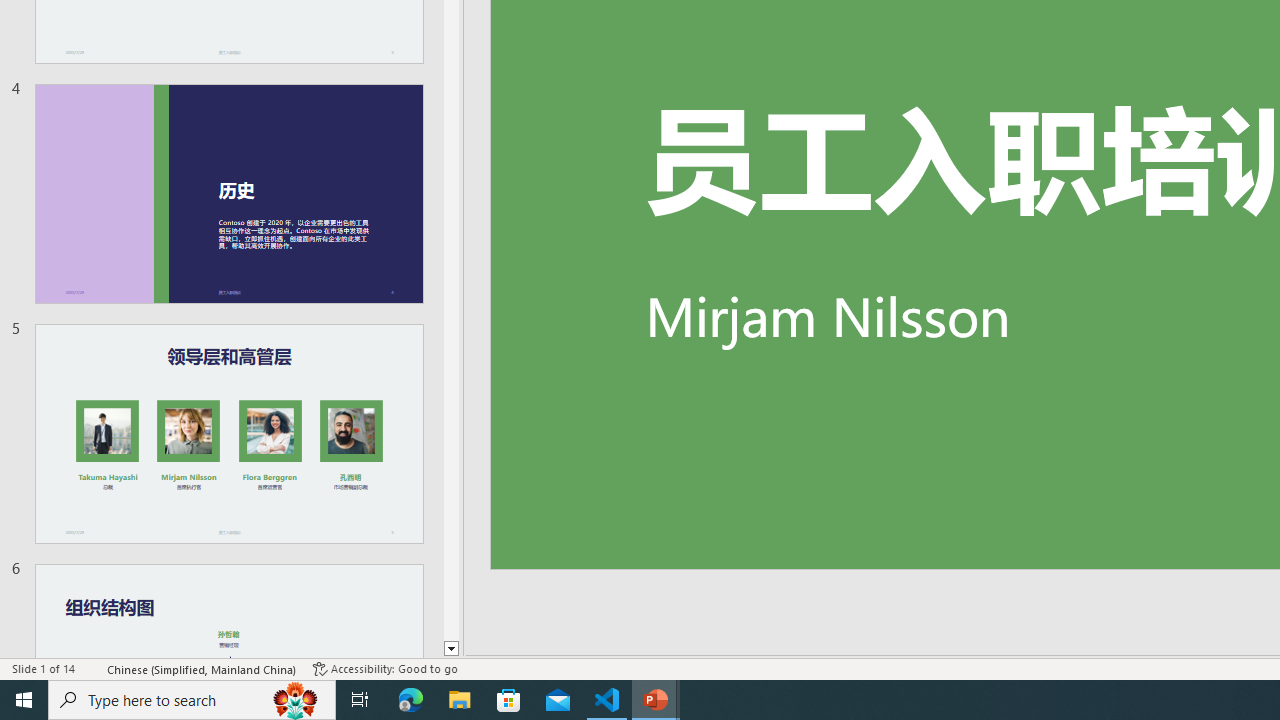 This screenshot has height=720, width=1280. What do you see at coordinates (410, 698) in the screenshot?
I see `'Microsoft Edge'` at bounding box center [410, 698].